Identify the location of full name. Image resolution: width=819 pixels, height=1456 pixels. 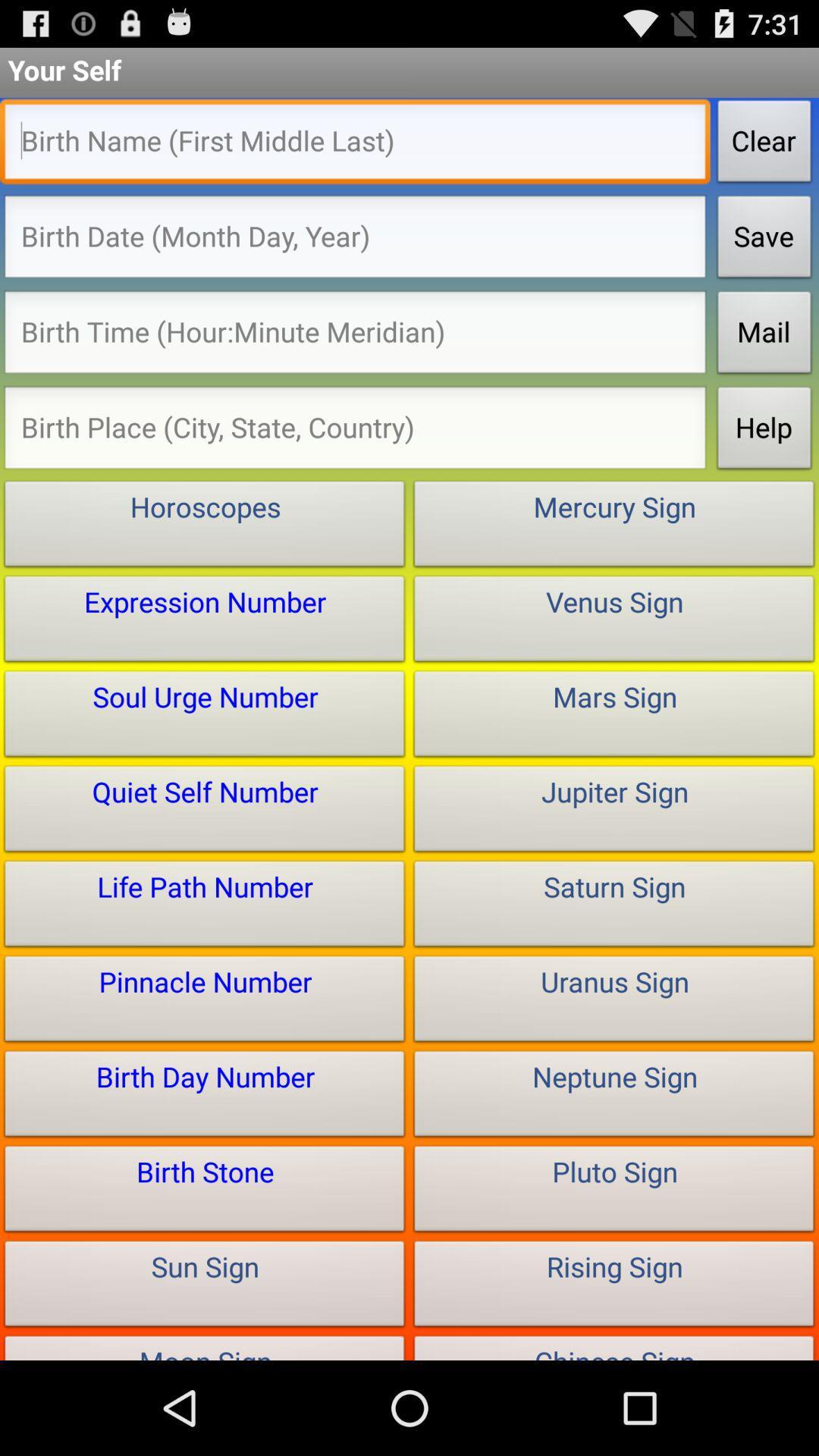
(355, 146).